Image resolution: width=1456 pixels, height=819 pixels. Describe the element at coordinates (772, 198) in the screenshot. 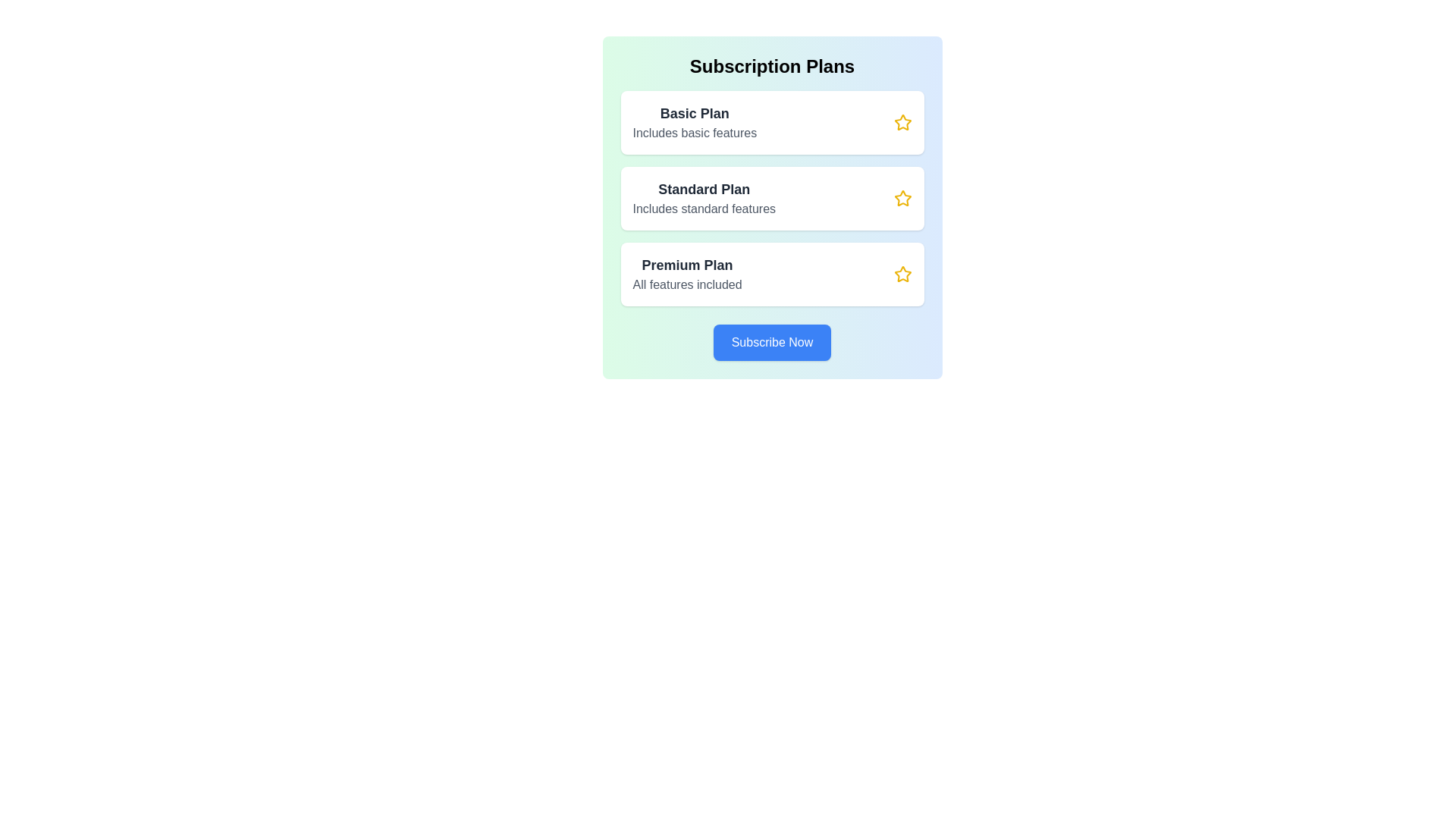

I see `the subscription plan named Standard Plan to view its details` at that location.